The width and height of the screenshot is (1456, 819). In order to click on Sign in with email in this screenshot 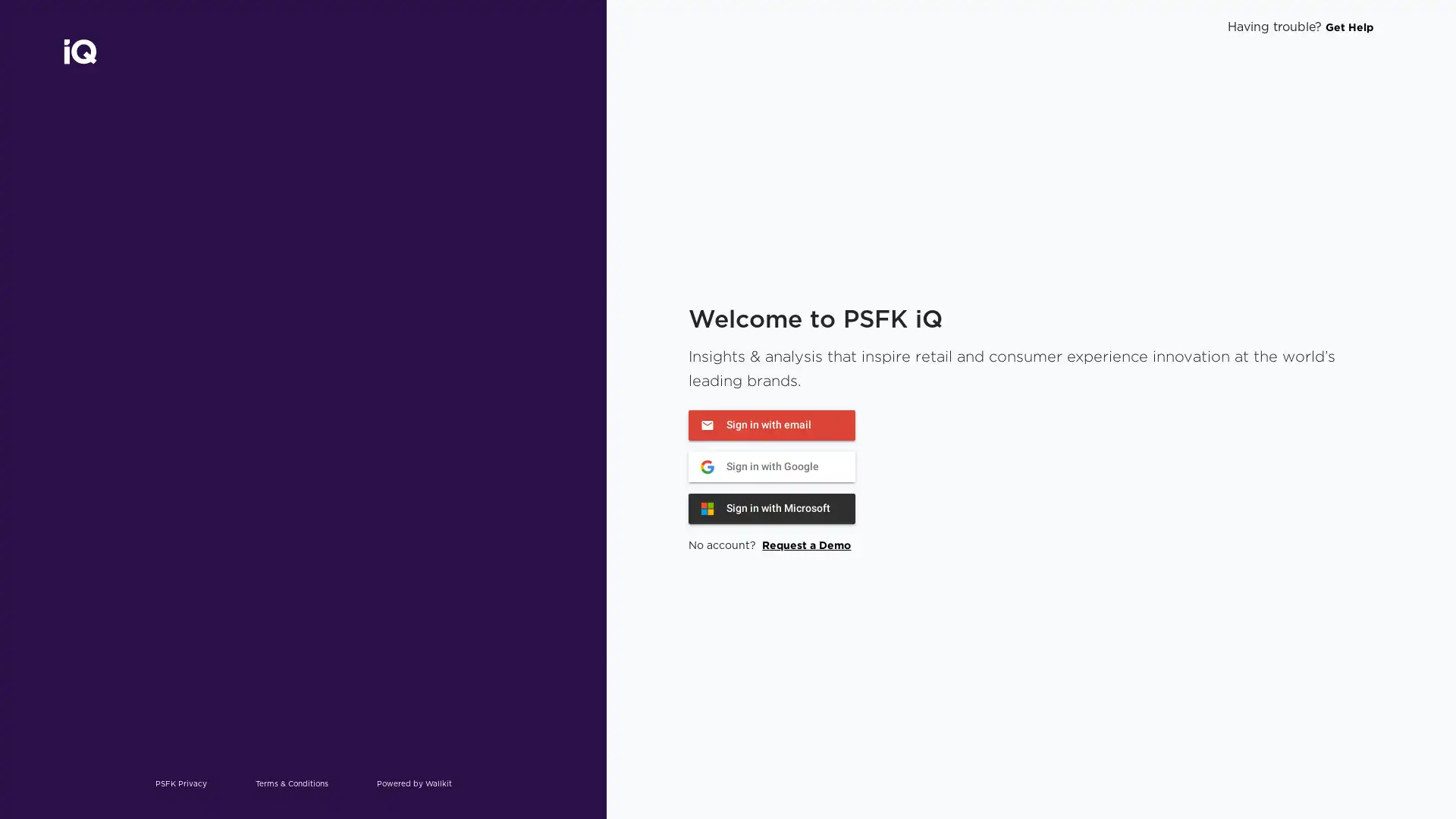, I will do `click(771, 424)`.